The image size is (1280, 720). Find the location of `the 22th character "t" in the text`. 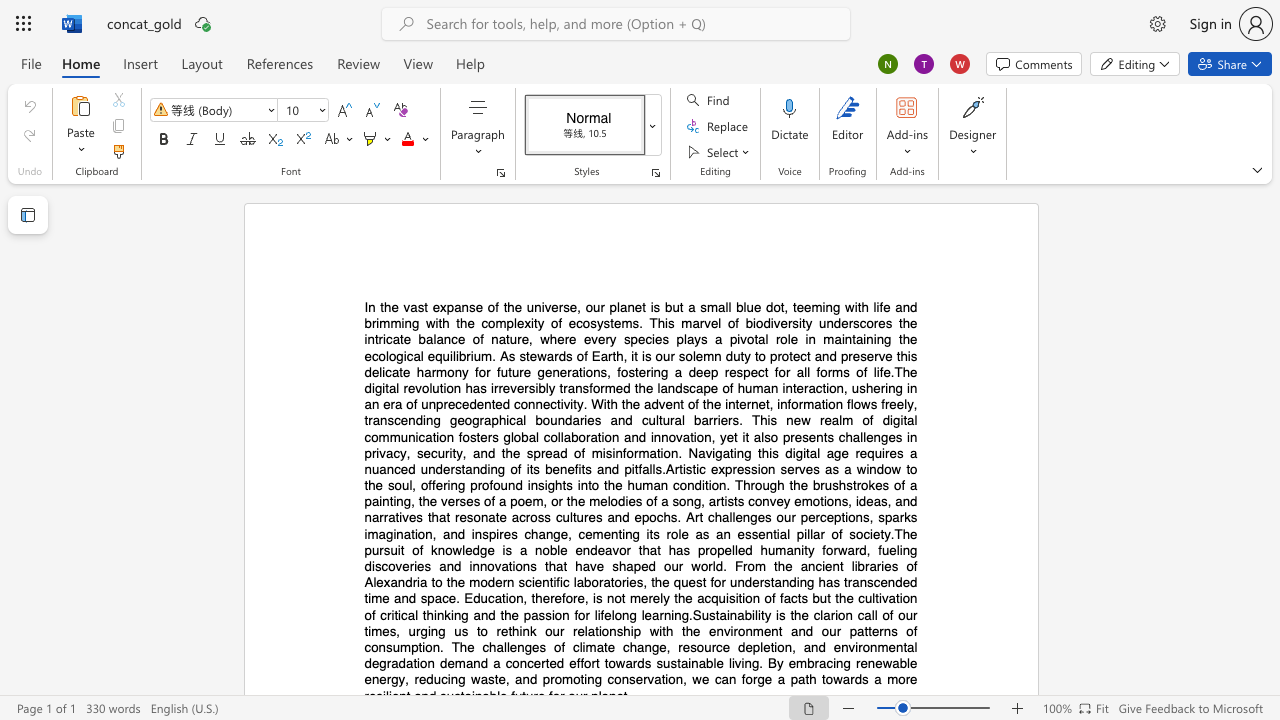

the 22th character "t" in the text is located at coordinates (412, 533).